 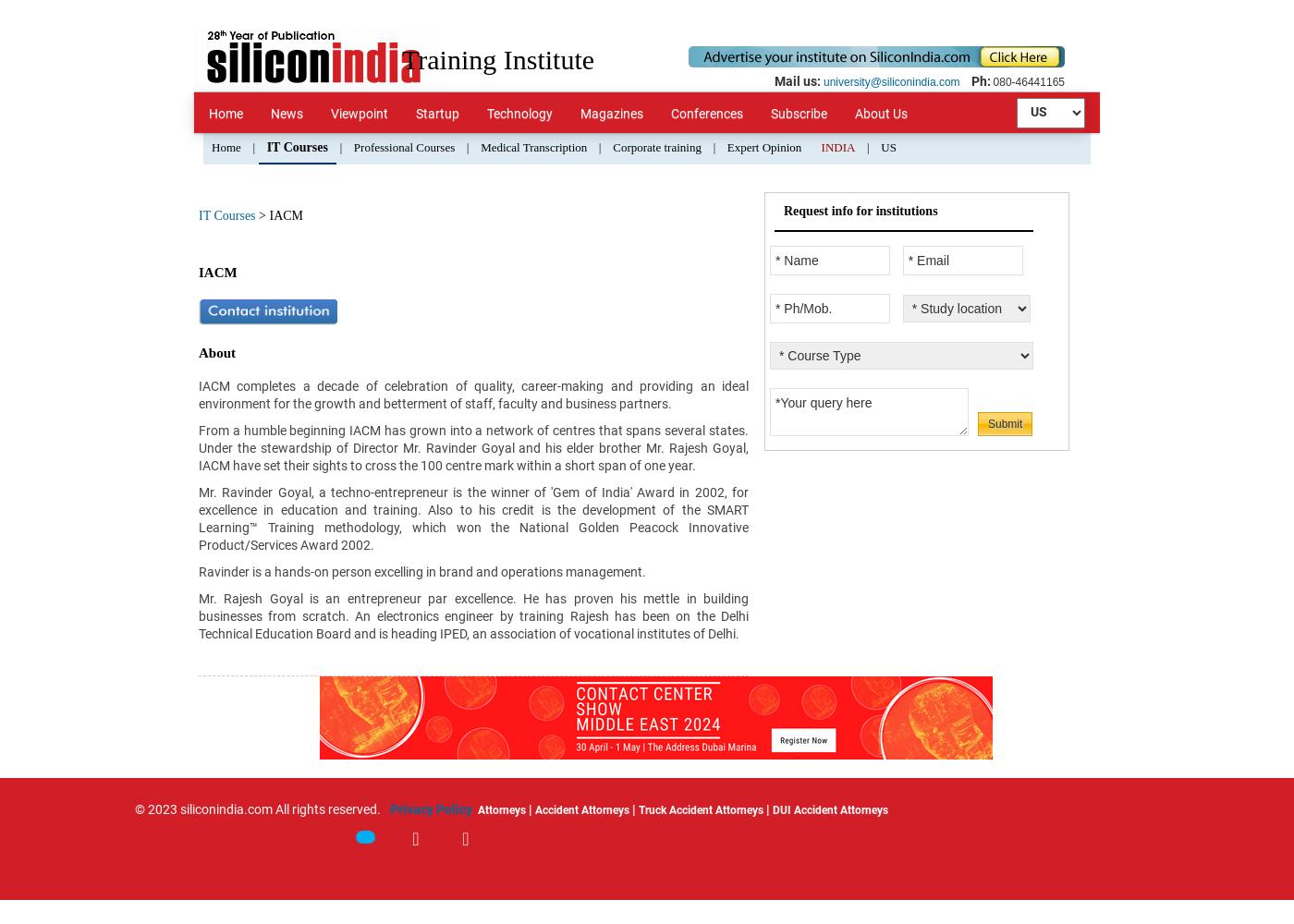 I want to click on 'Expert Opinion', so click(x=763, y=147).